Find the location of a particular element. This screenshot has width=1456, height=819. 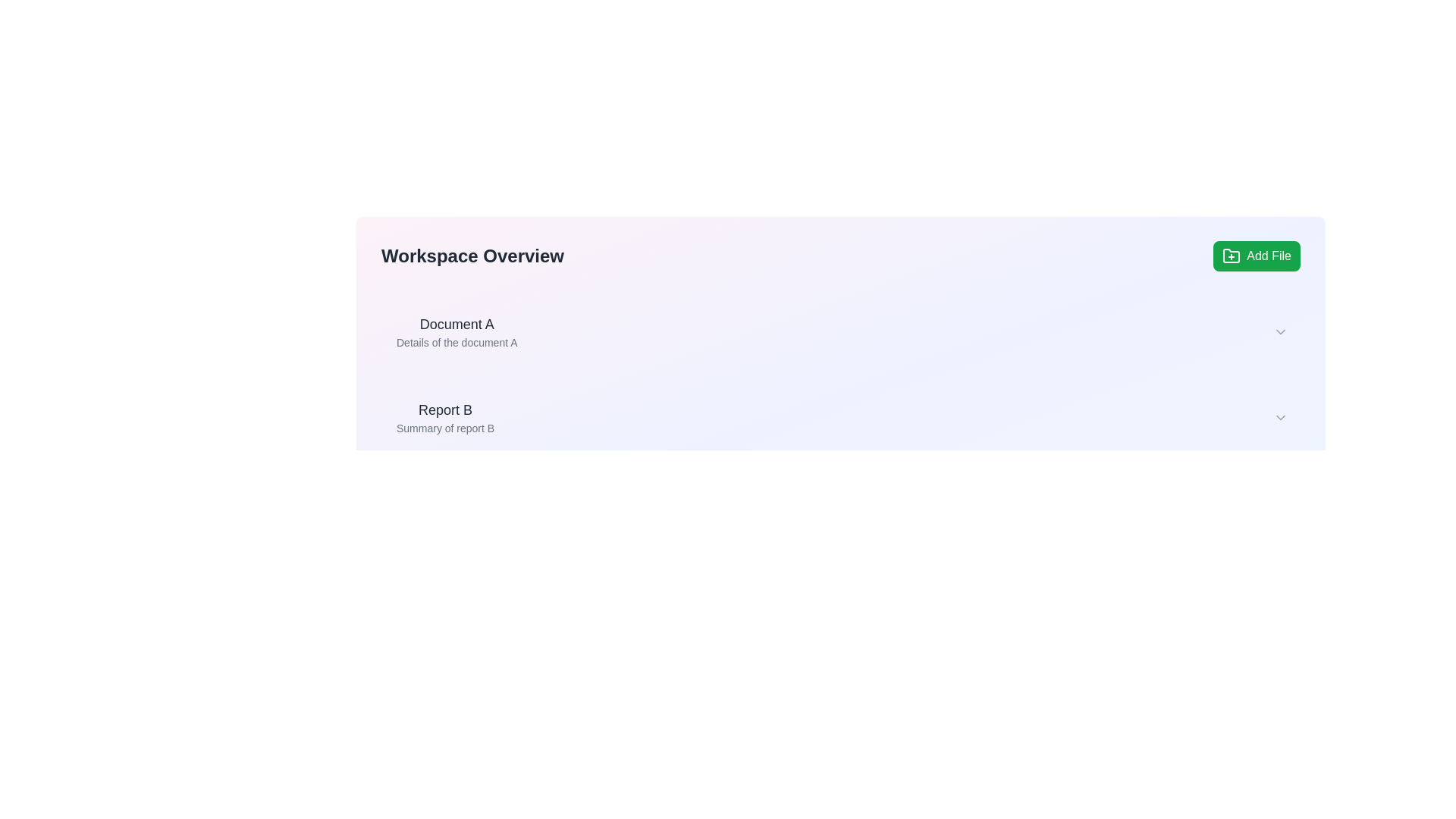

the green folder icon with a plus symbol, which is the body component located on the 'Add File' button in the top-right section of the interface is located at coordinates (1232, 255).